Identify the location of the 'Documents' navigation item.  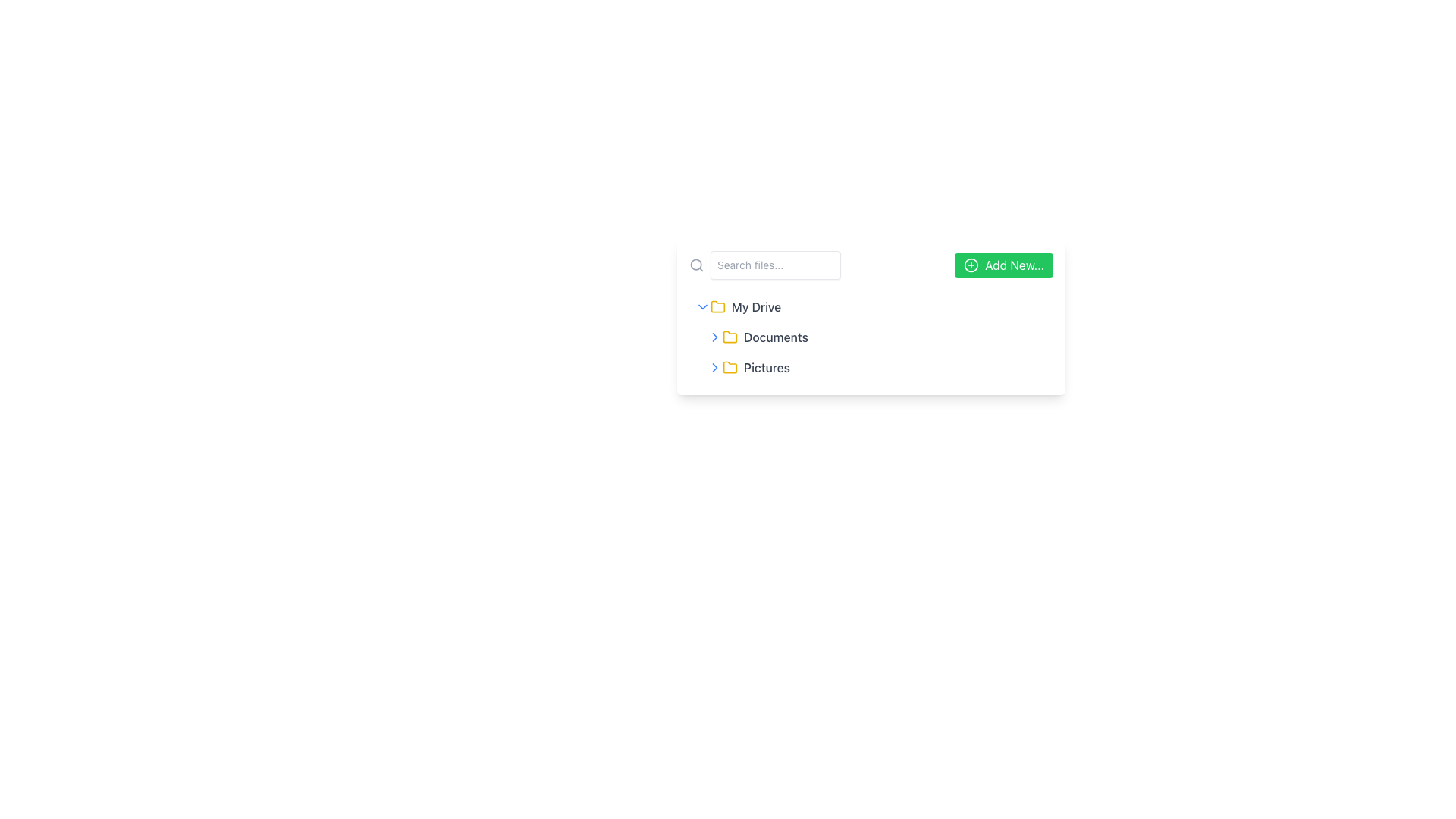
(871, 336).